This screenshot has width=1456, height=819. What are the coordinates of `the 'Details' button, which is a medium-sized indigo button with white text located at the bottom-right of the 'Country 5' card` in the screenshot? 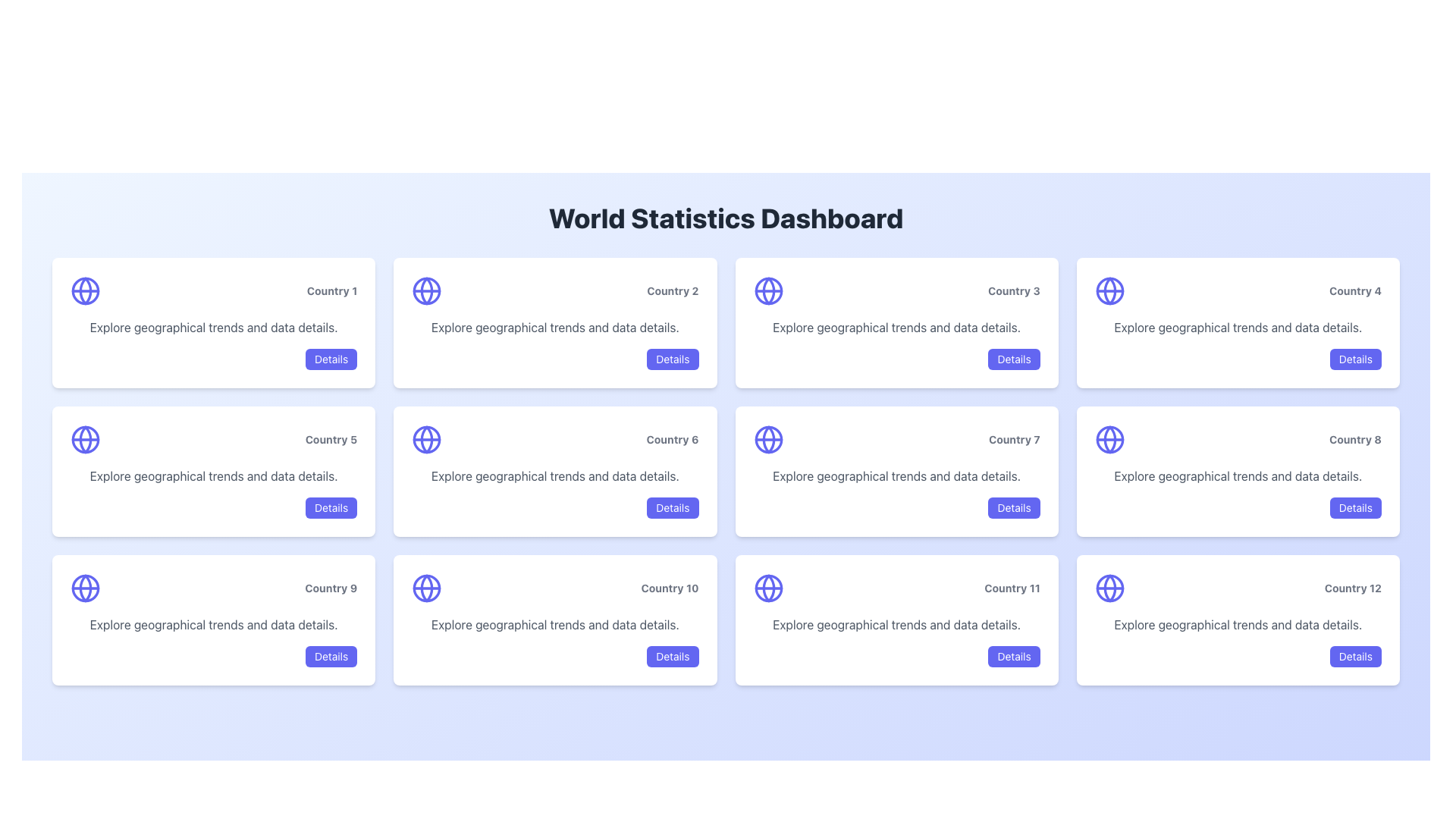 It's located at (331, 508).